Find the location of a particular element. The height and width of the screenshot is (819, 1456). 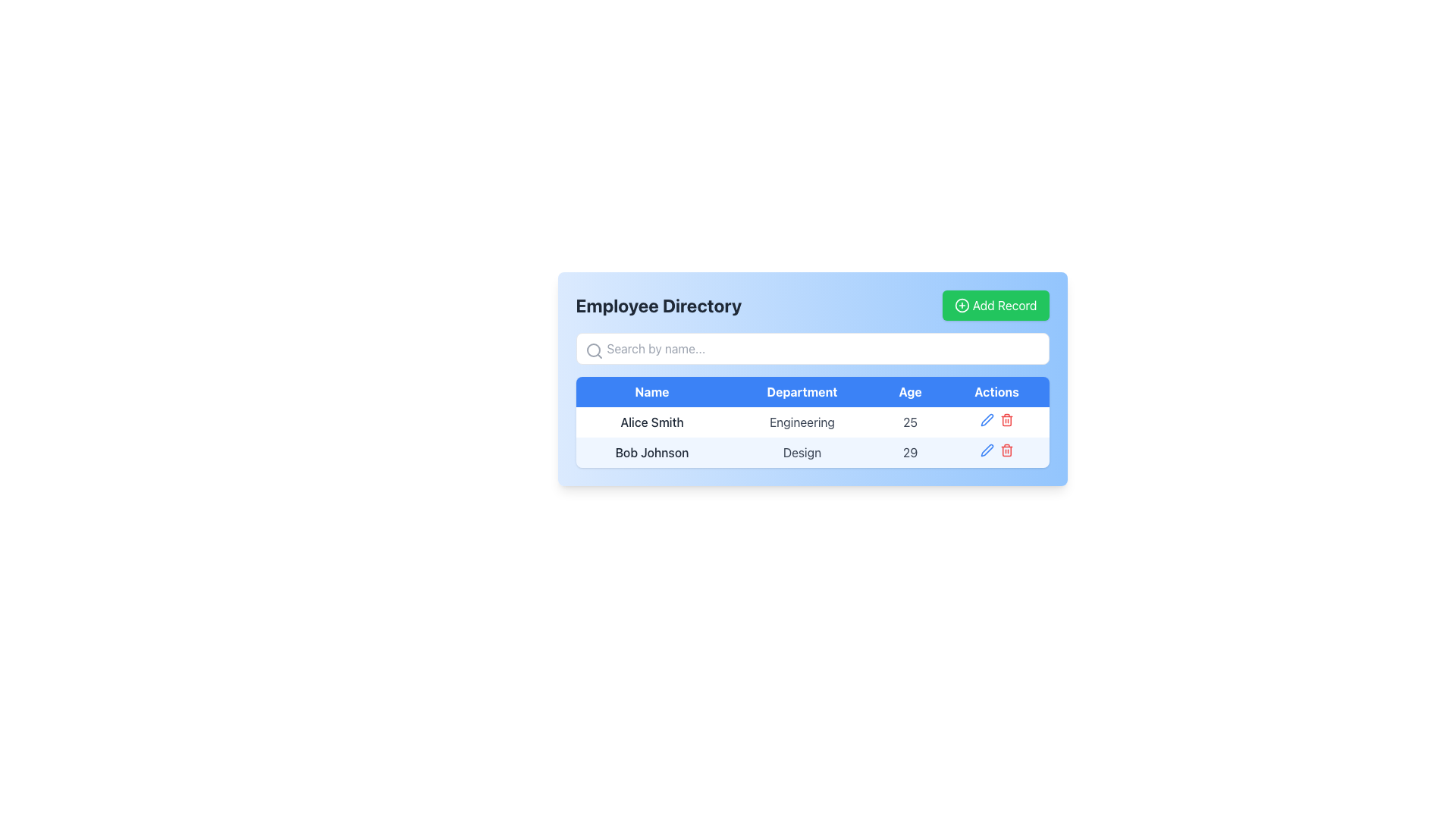

the text label 'Age' which has a blue background and white text, positioned in the third column of the table header is located at coordinates (910, 391).